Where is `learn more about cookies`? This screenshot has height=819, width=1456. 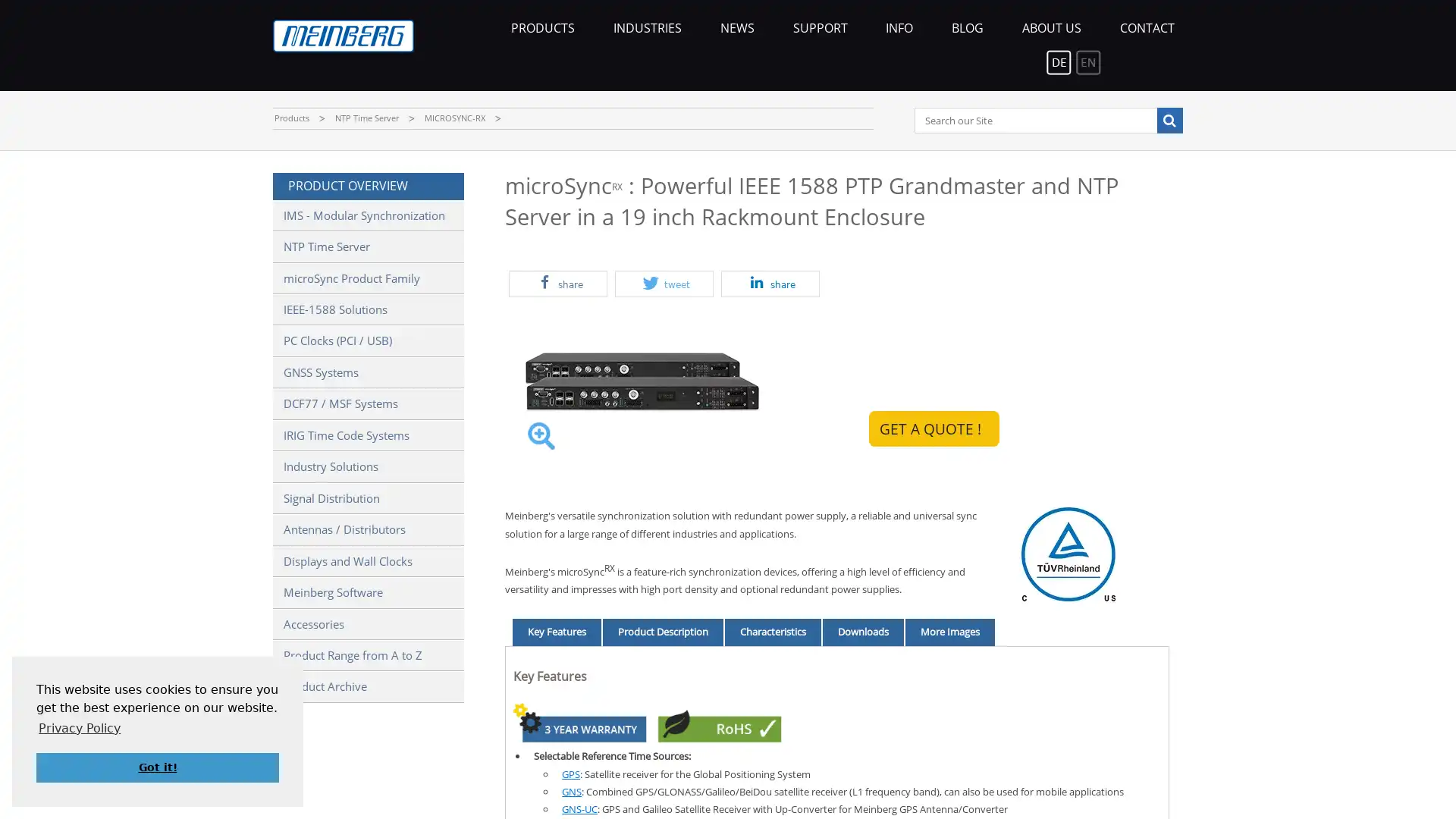
learn more about cookies is located at coordinates (79, 727).